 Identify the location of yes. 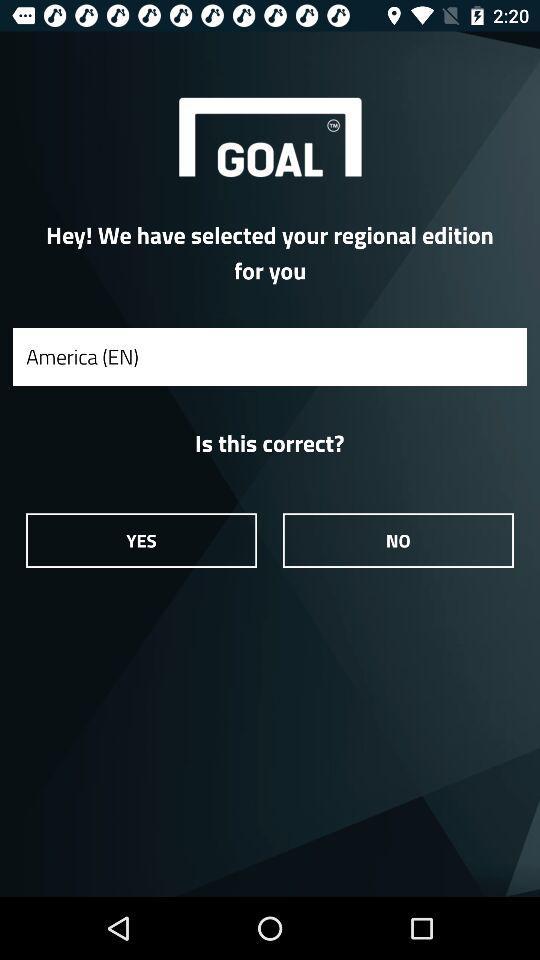
(140, 539).